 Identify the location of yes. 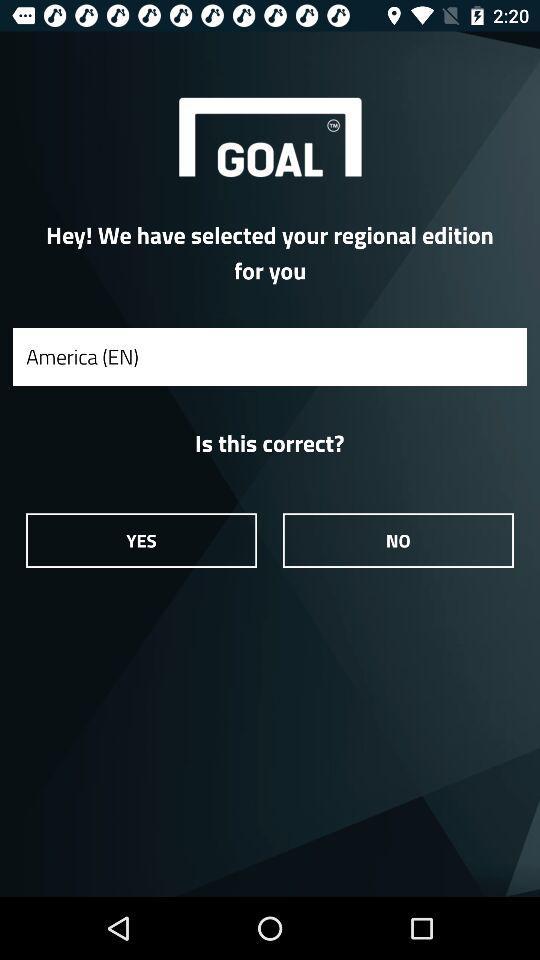
(140, 539).